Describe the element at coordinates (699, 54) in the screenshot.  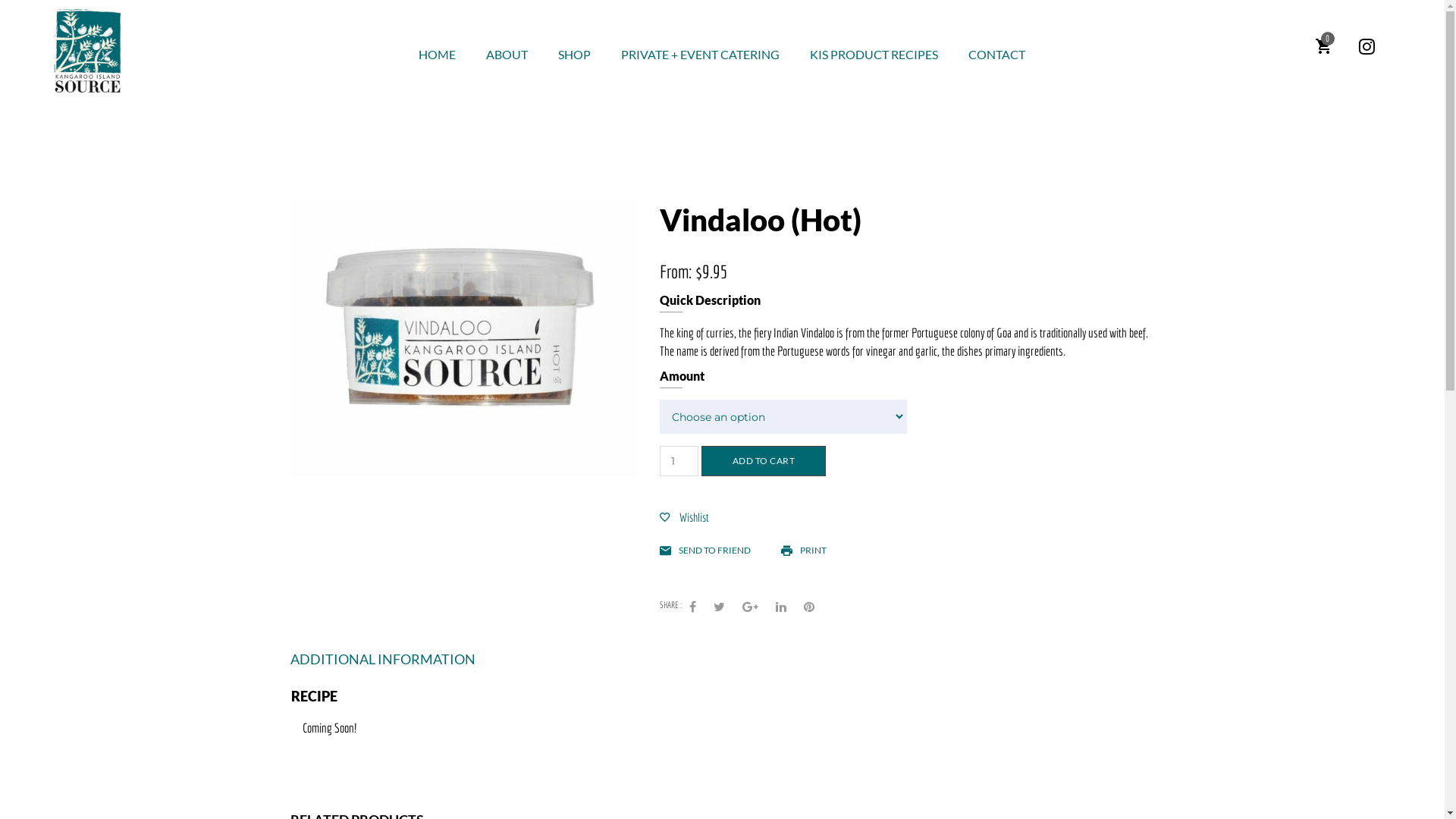
I see `'PRIVATE + EVENT CATERING'` at that location.